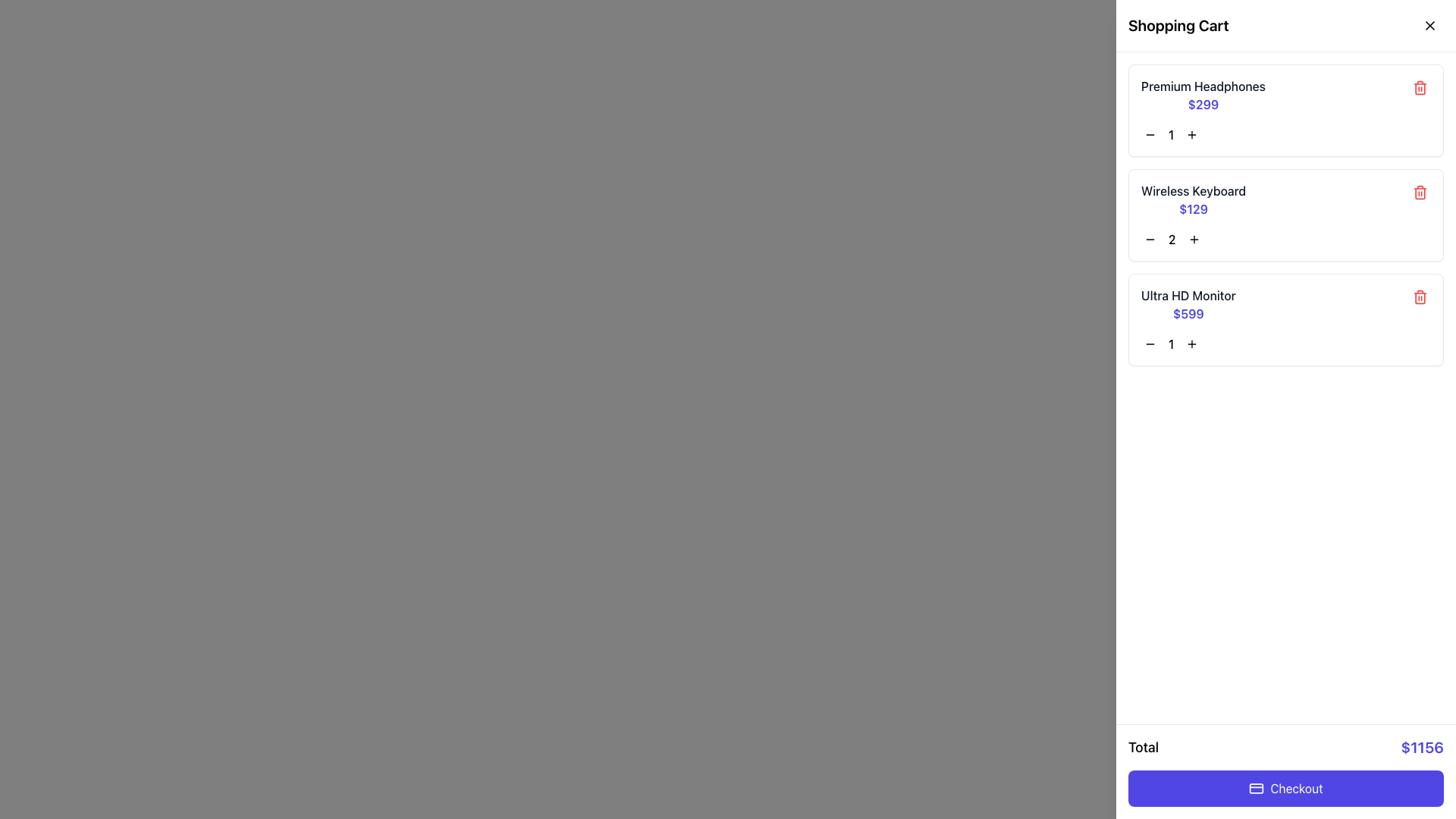  I want to click on the red trash bin icon, so click(1419, 192).